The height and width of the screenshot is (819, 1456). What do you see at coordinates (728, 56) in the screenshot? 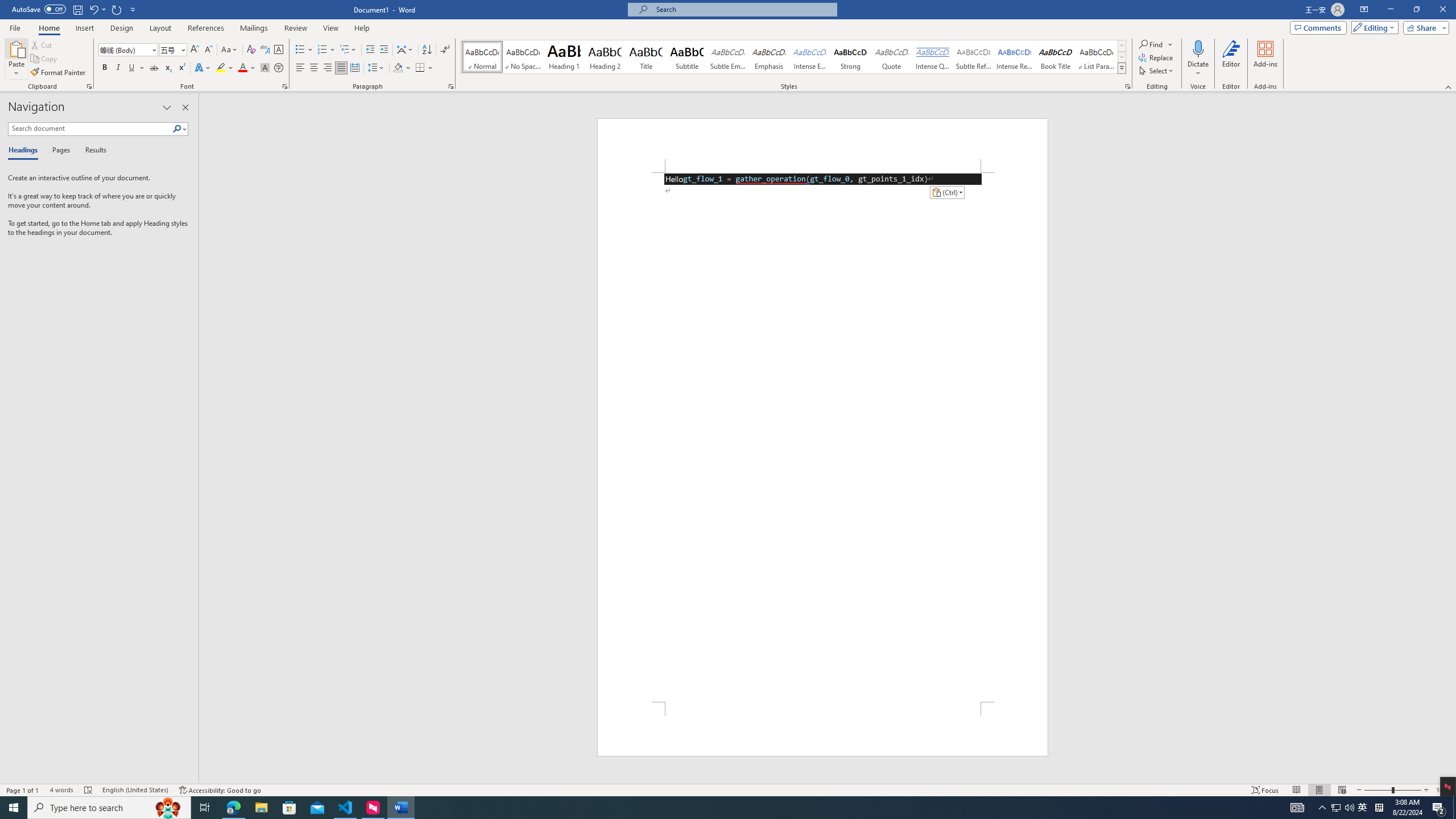
I see `'Subtle Emphasis'` at bounding box center [728, 56].